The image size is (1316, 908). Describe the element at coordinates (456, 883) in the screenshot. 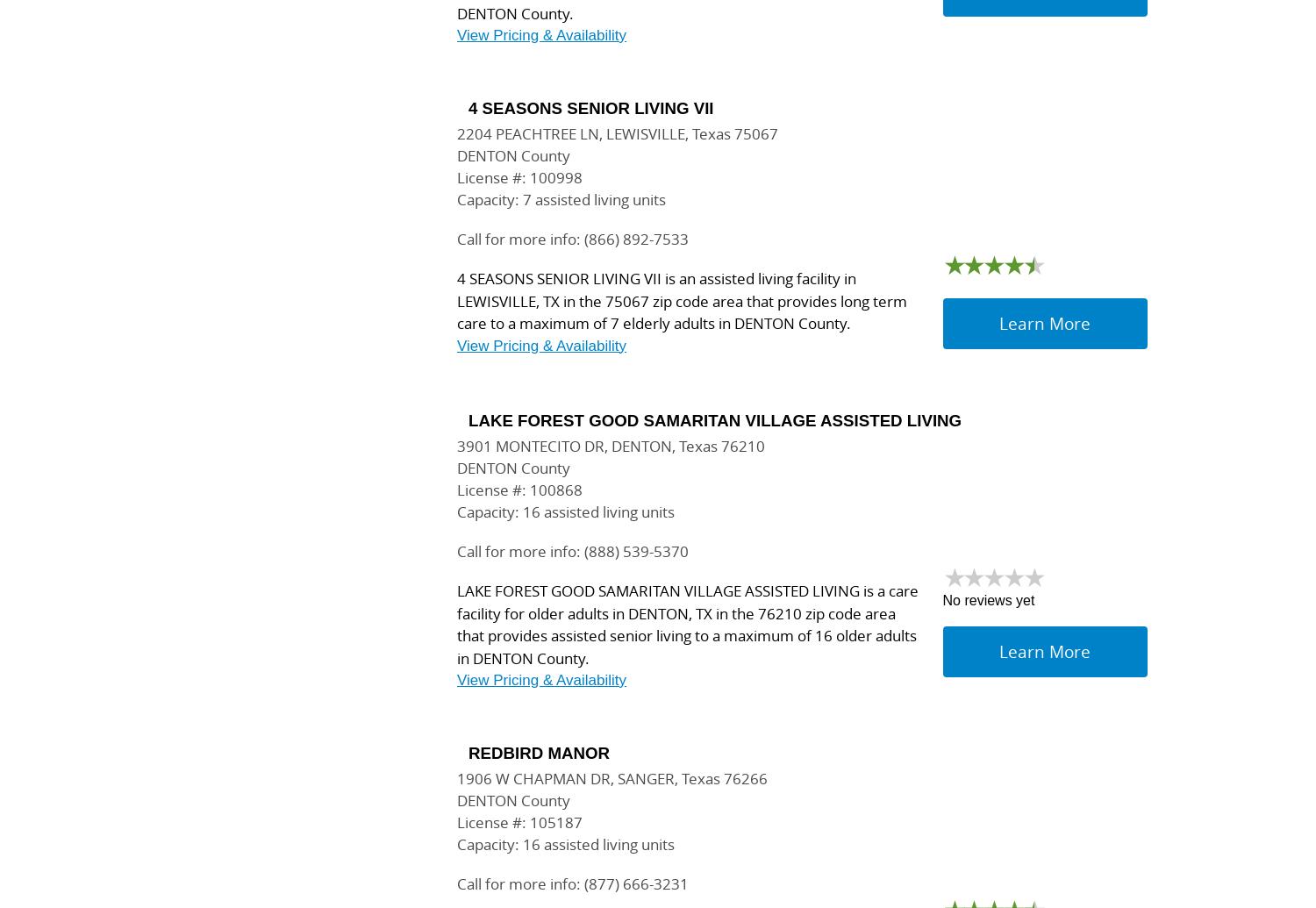

I see `'Call for more info: (877) 666-3231'` at that location.